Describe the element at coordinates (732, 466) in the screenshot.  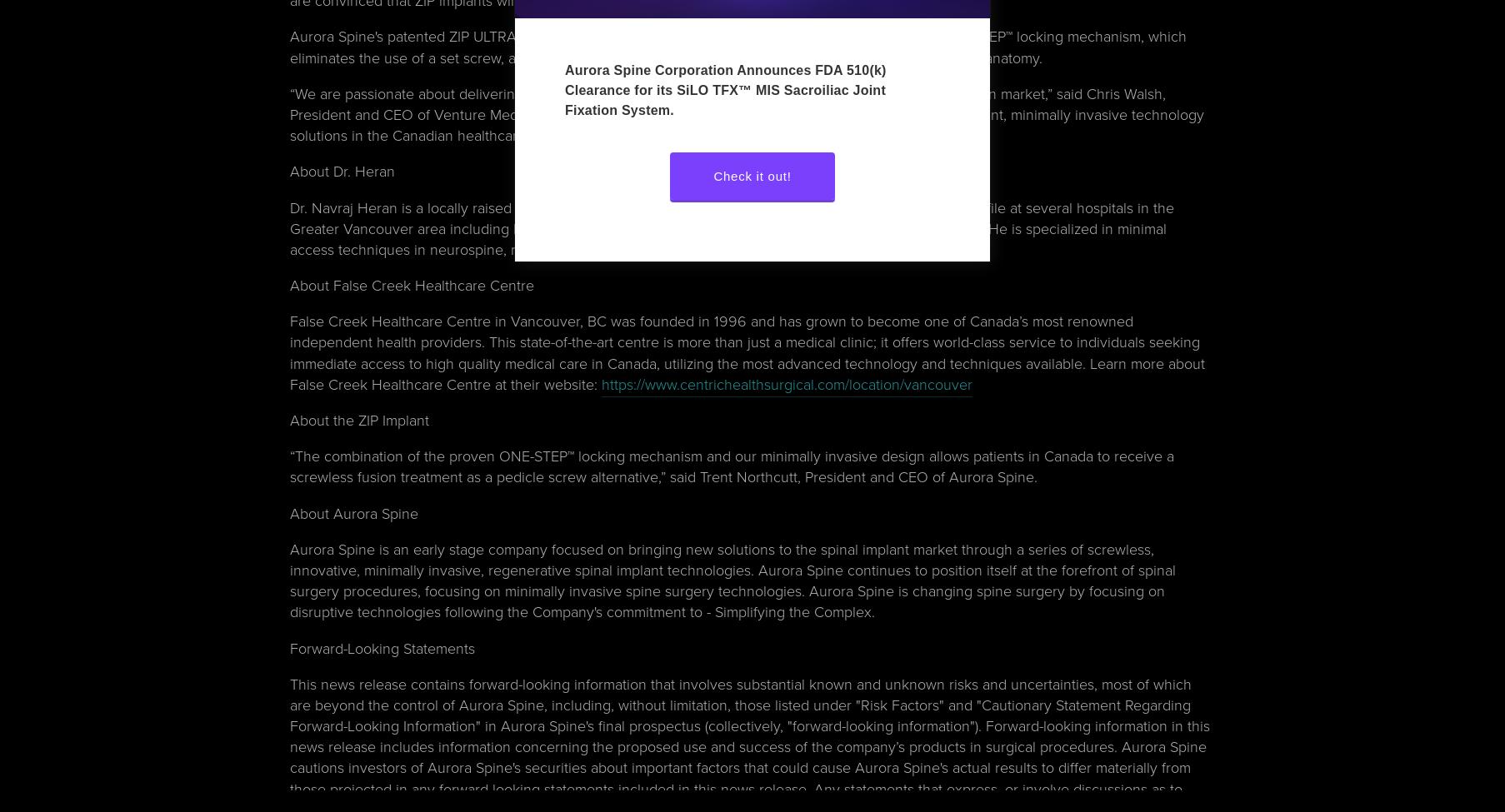
I see `'“The combination of the proven ONE-STEP™ locking mechanism and our minimally invasive design allows patients in Canada to receive a screwless fusion treatment as a pedicle screw alternative,” said Trent Northcutt, President and CEO of Aurora Spine.'` at that location.